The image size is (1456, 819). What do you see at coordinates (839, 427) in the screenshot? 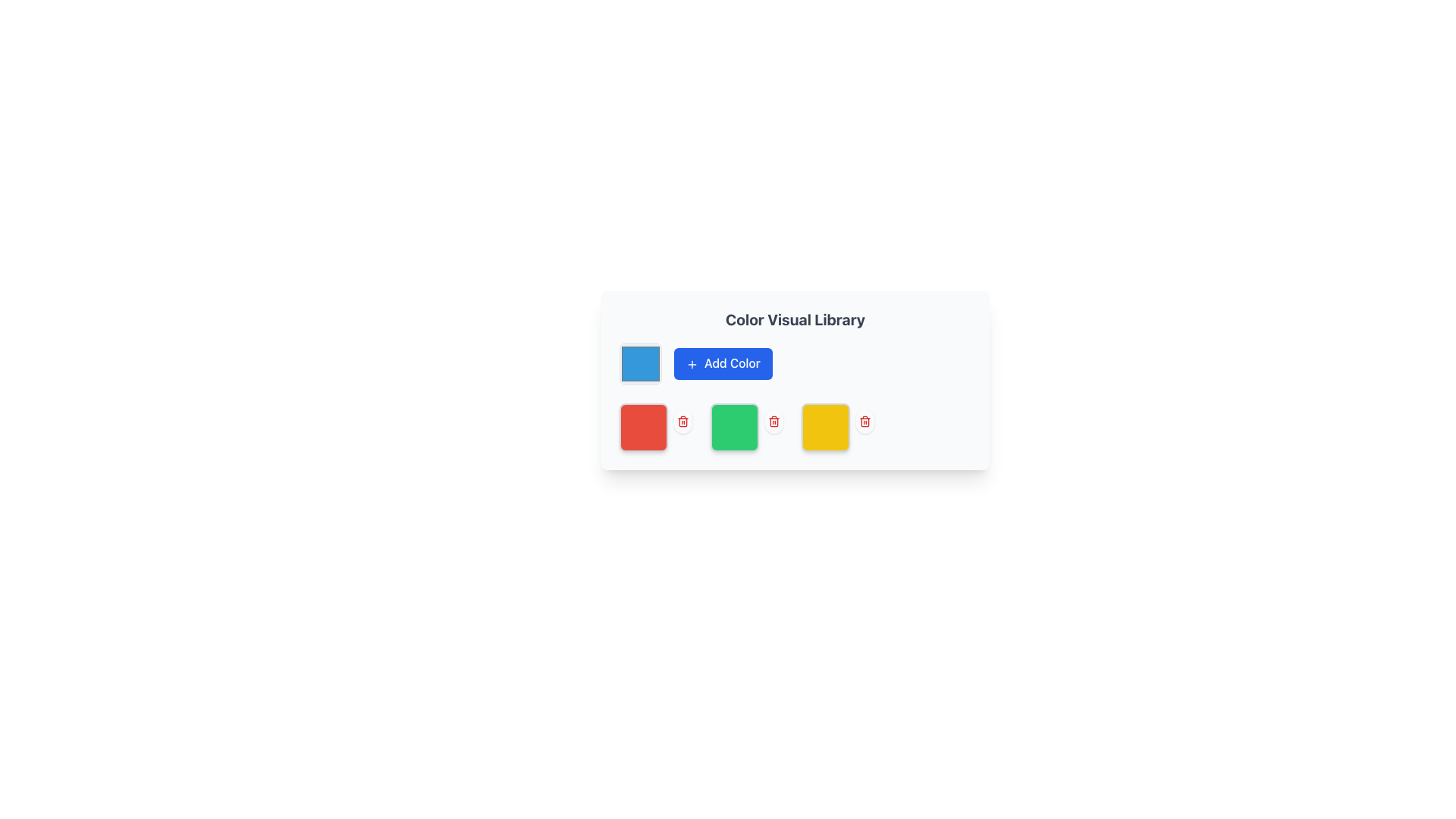
I see `the yellow square colored display box in the grid layout` at bounding box center [839, 427].